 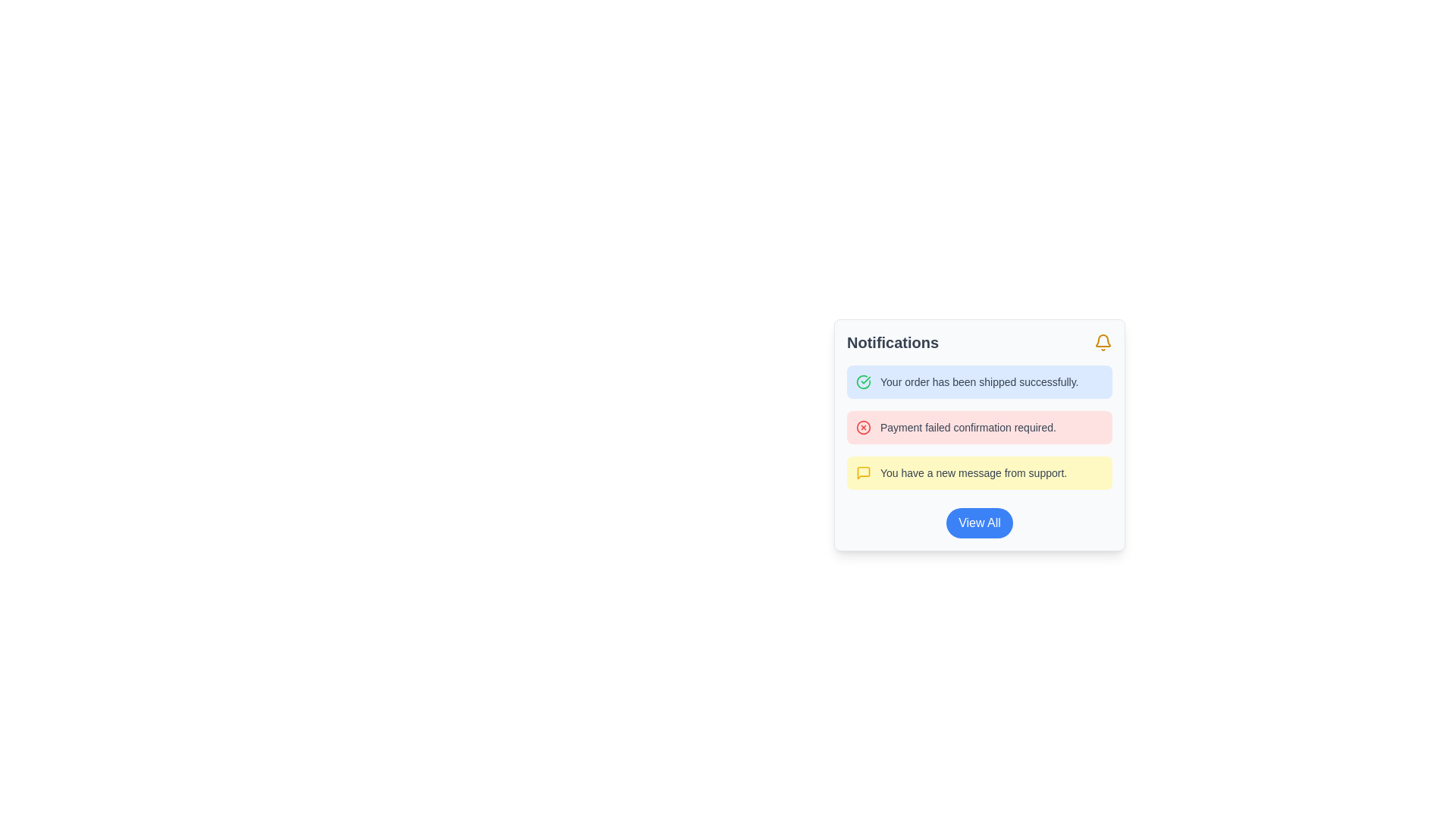 What do you see at coordinates (979, 472) in the screenshot?
I see `the third notification text block that informs the user of a new message from support, positioned below the notifications about order shipping and payment failure` at bounding box center [979, 472].